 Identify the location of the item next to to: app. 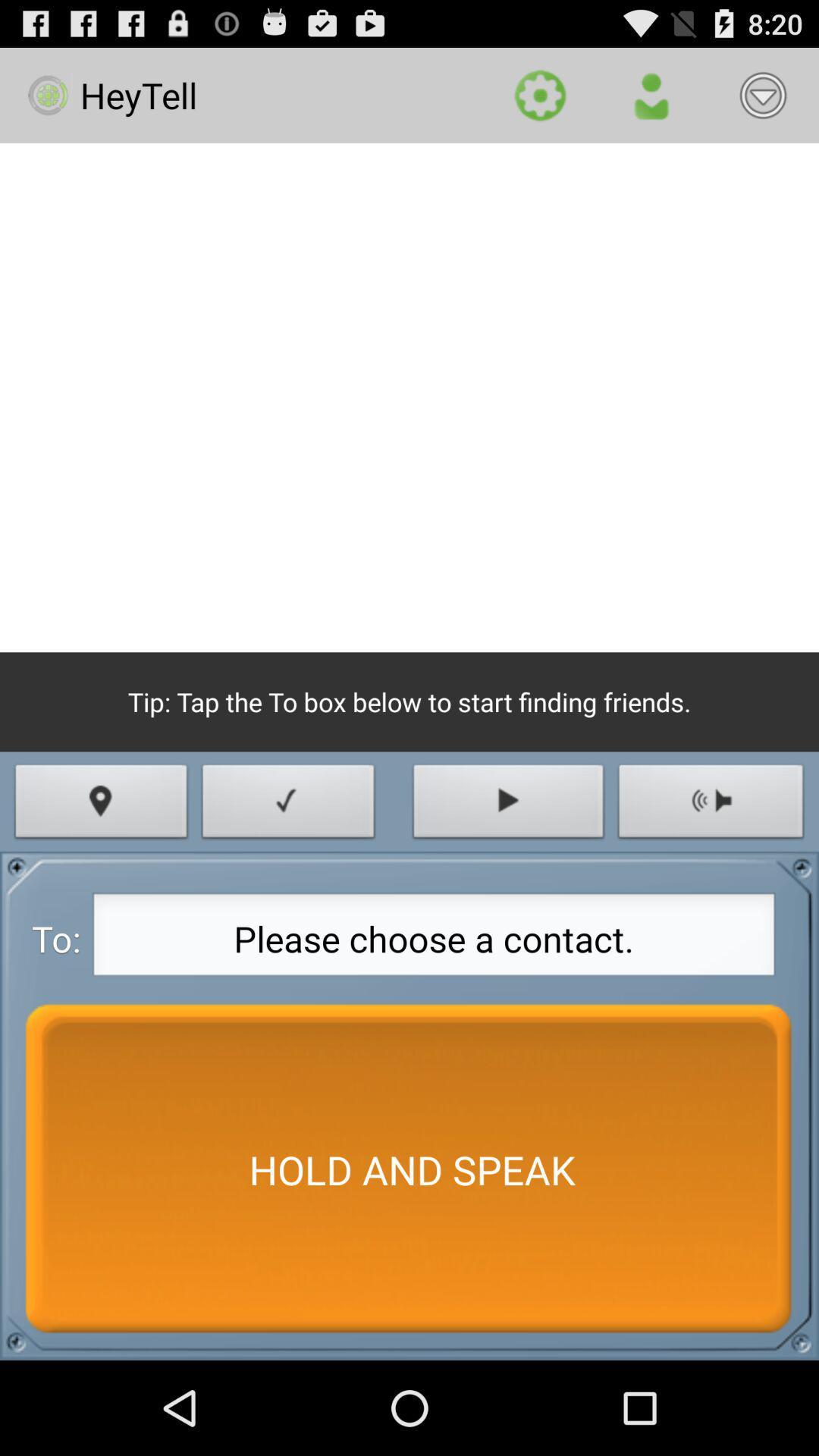
(434, 938).